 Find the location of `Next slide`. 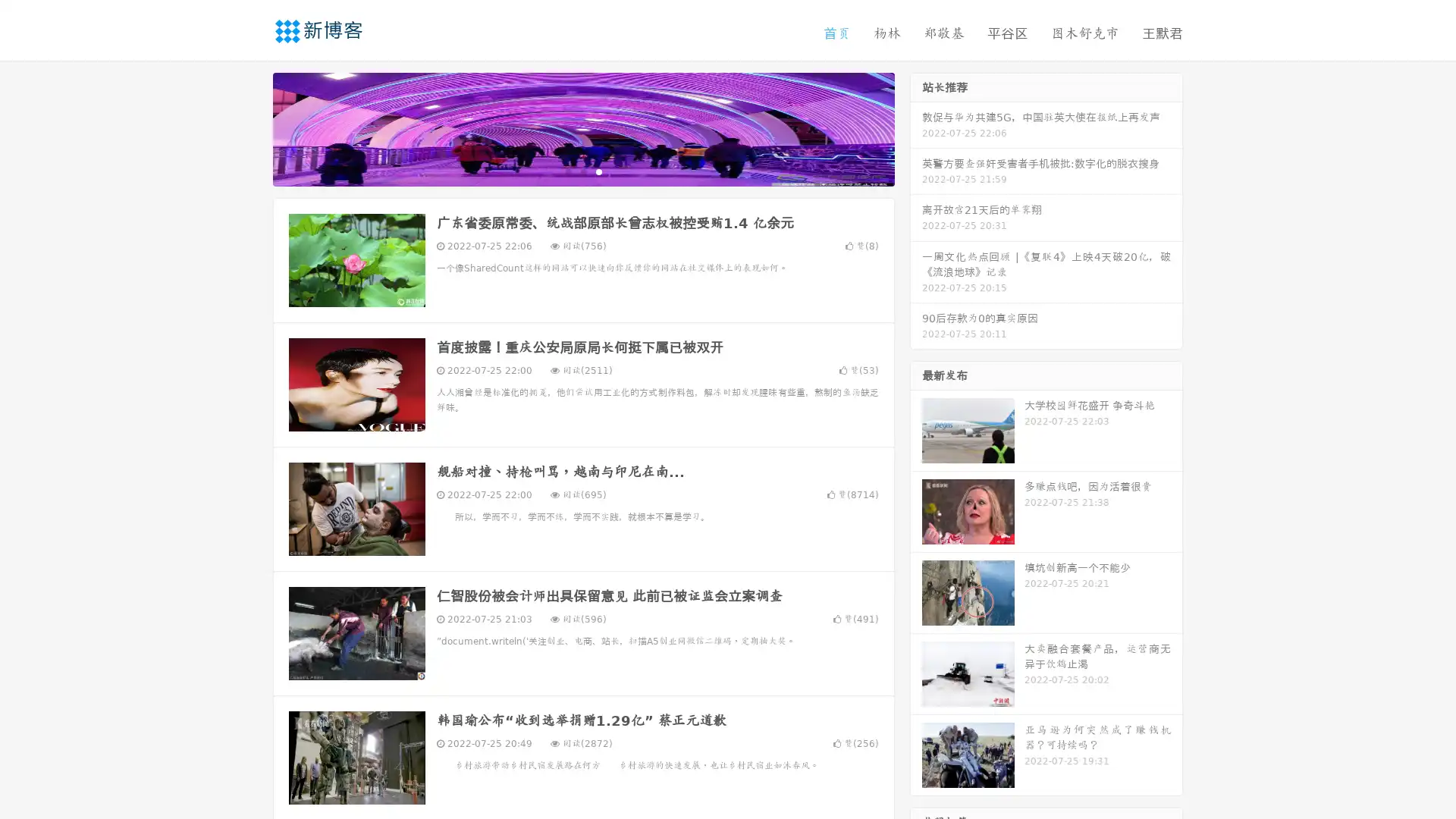

Next slide is located at coordinates (916, 127).